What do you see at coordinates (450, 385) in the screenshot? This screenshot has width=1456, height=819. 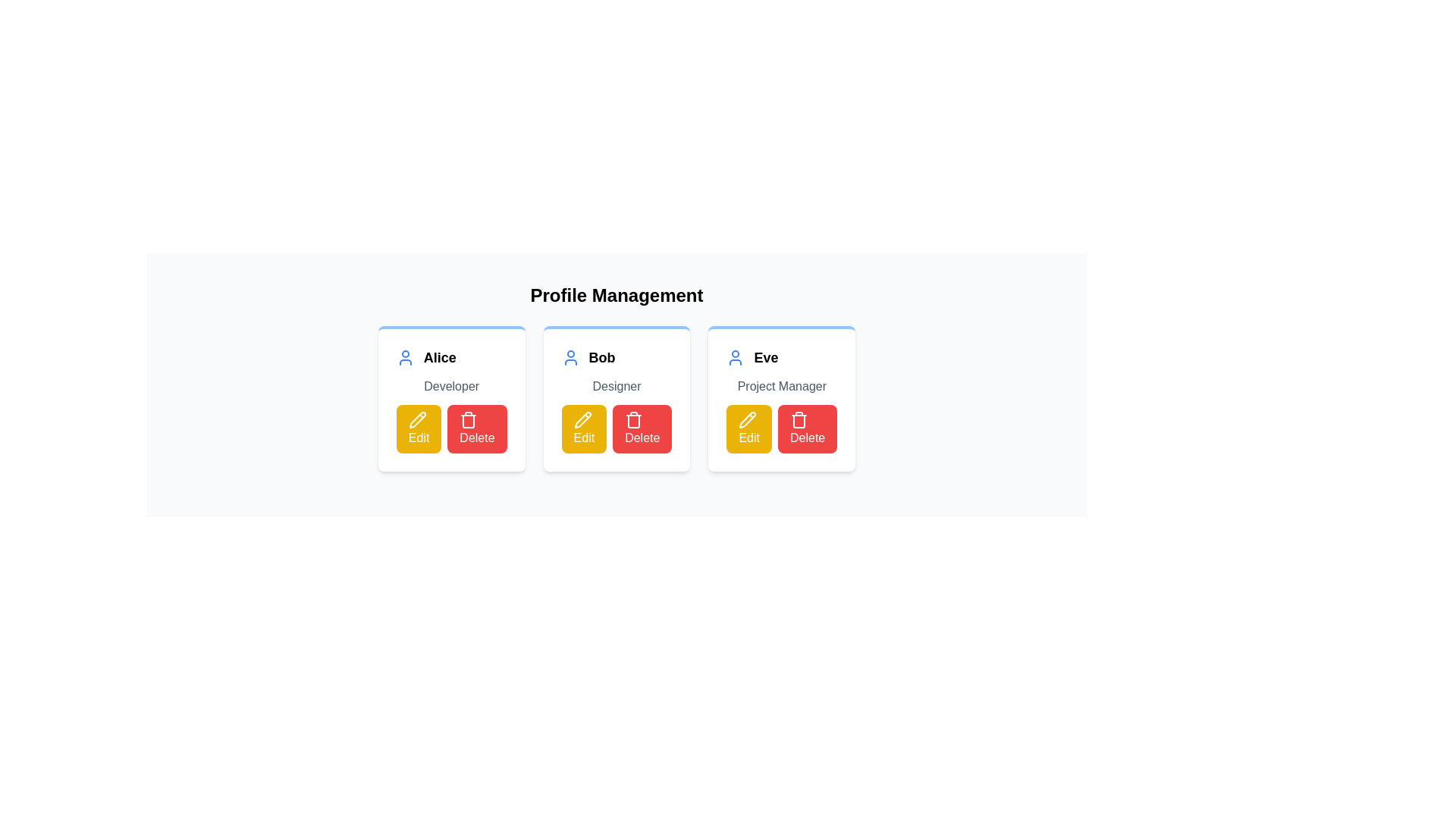 I see `the 'Developer' label, which is a gray text label located directly below the name 'Alice' in the user profile card` at bounding box center [450, 385].